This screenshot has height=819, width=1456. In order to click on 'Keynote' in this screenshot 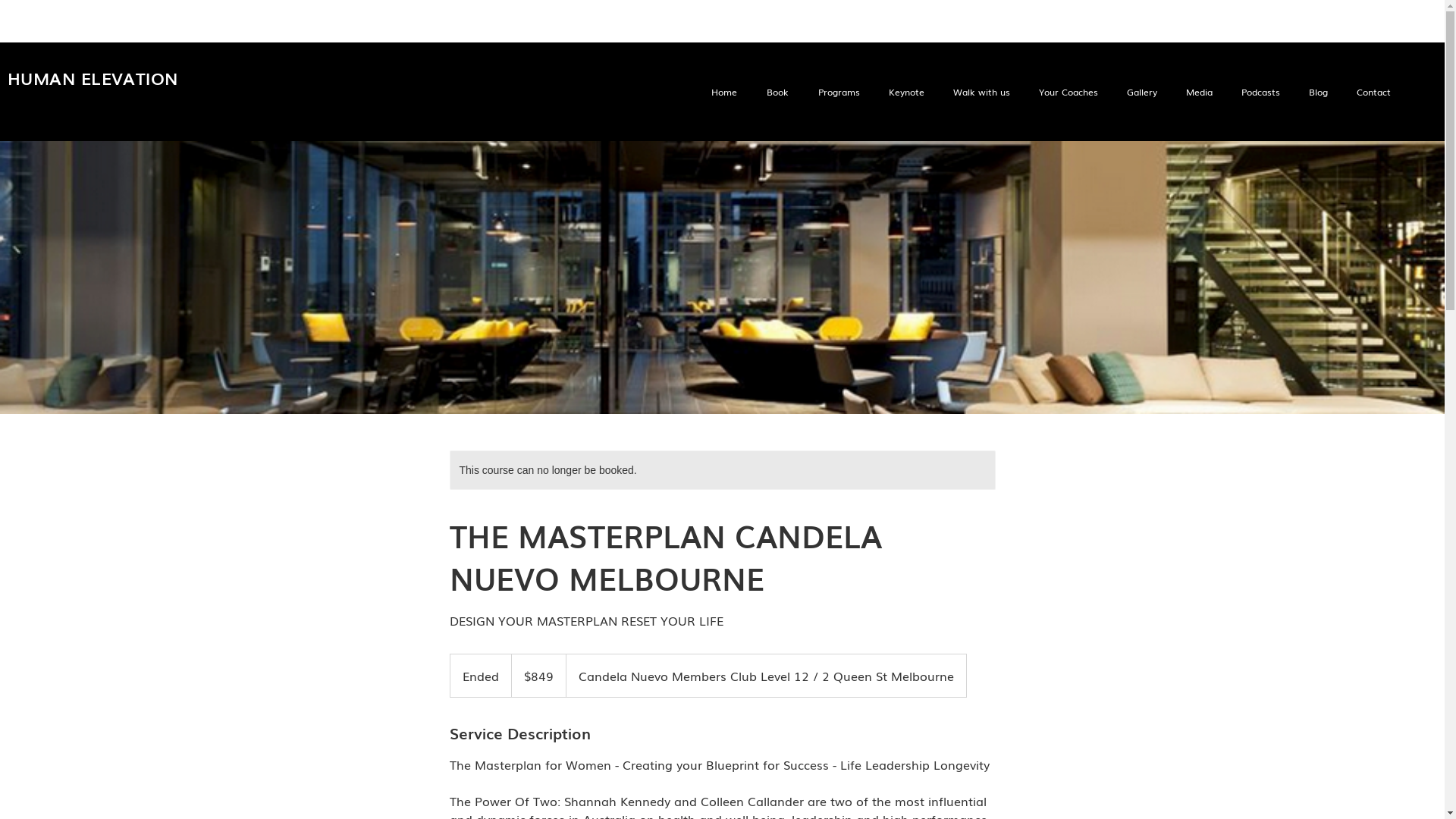, I will do `click(903, 91)`.